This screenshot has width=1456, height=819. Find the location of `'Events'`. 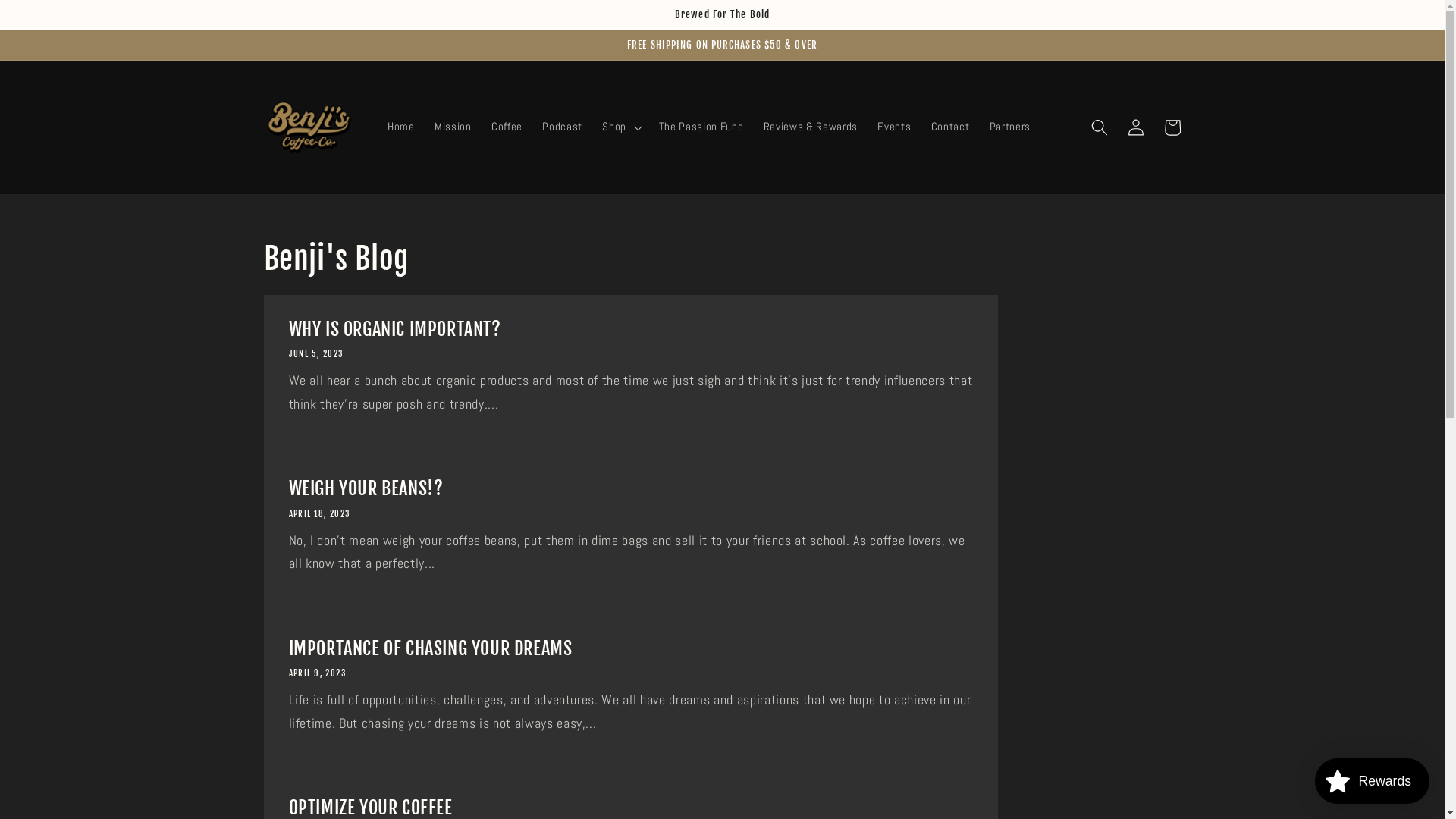

'Events' is located at coordinates (894, 127).